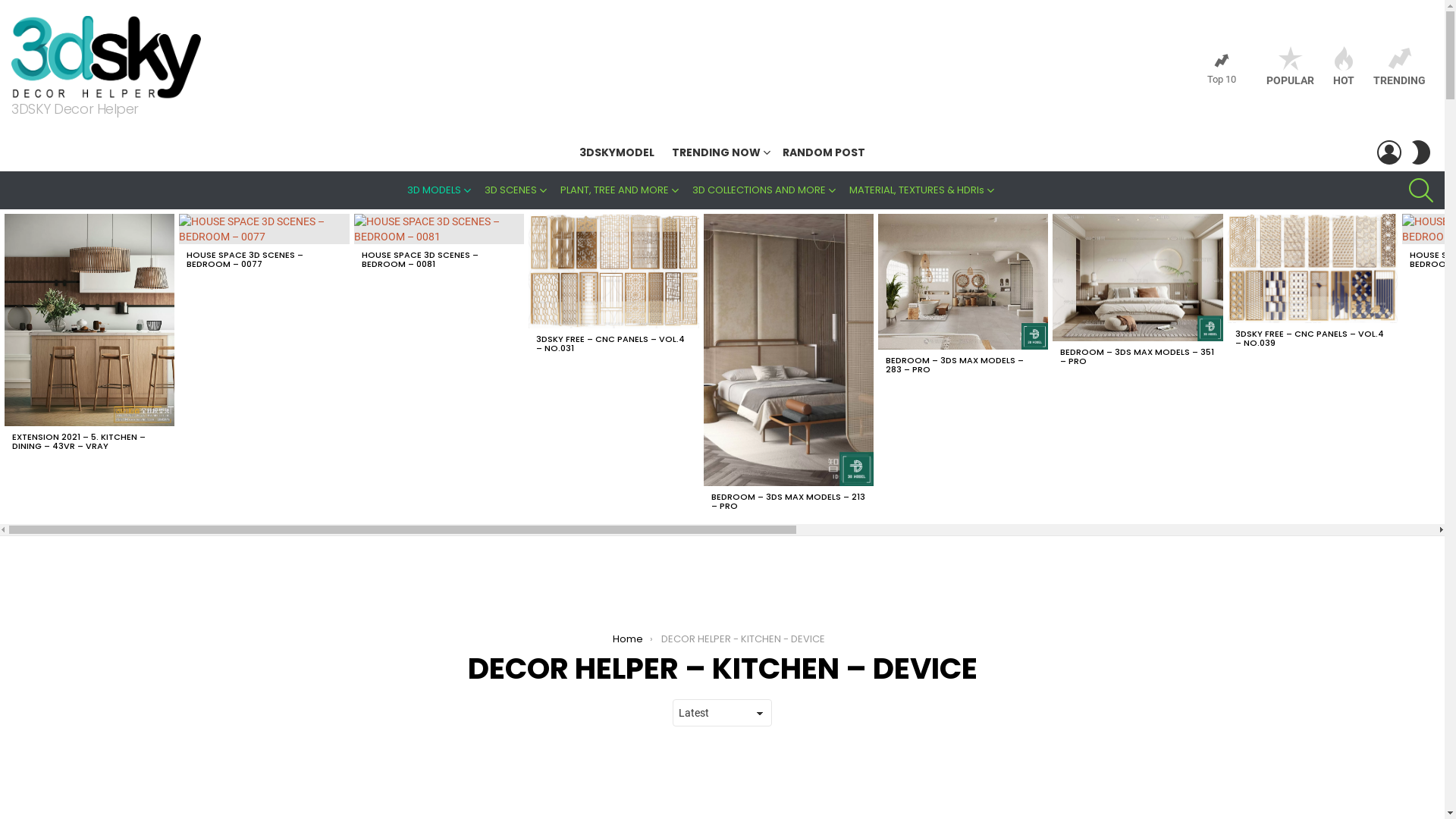 This screenshot has width=1456, height=819. Describe the element at coordinates (1343, 66) in the screenshot. I see `'HOT'` at that location.